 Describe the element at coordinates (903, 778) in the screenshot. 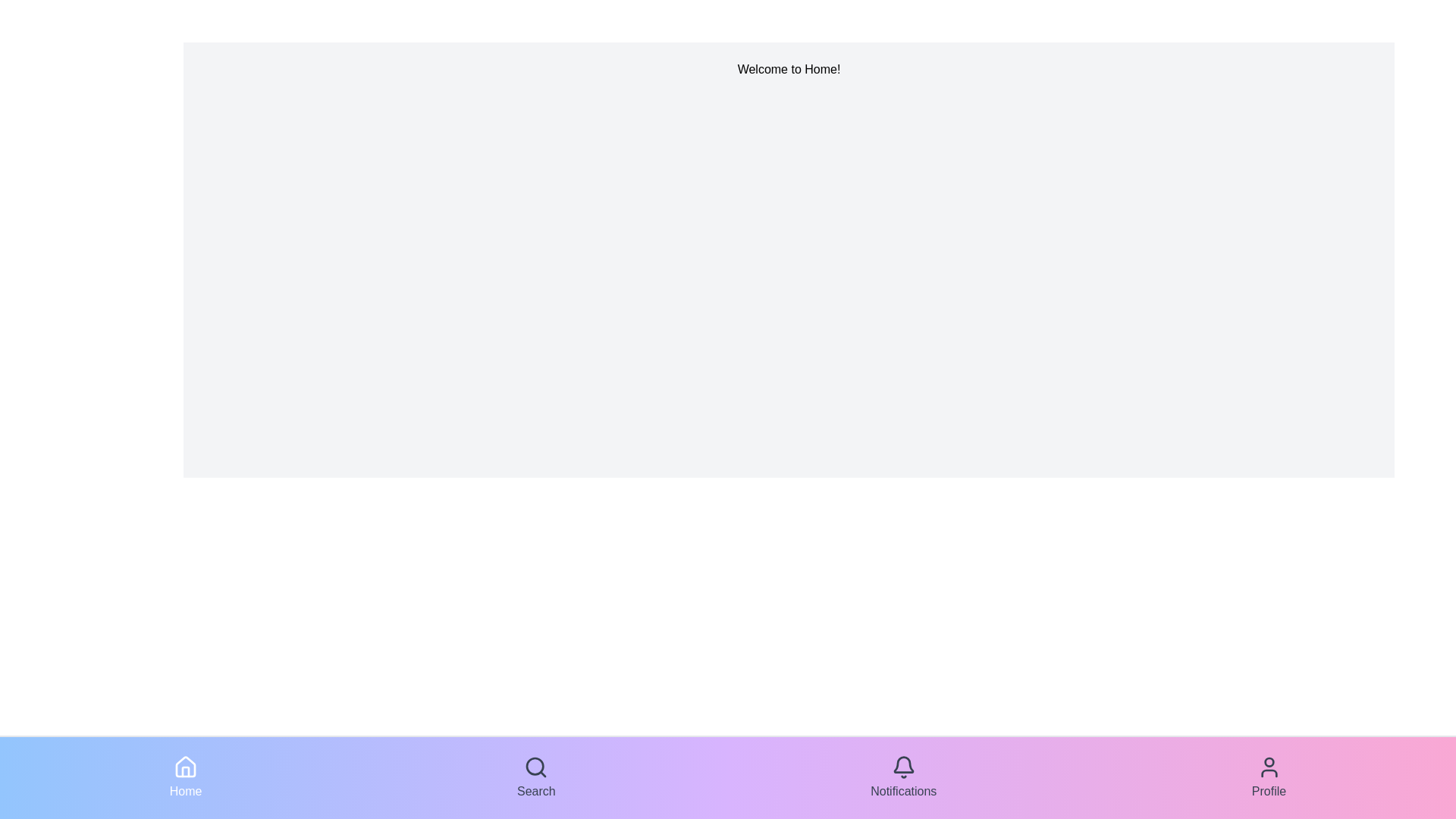

I see `the 'Notifications' button, which features a bell icon and the text 'Notifications' styled in gray, to trigger a visual effect` at that location.